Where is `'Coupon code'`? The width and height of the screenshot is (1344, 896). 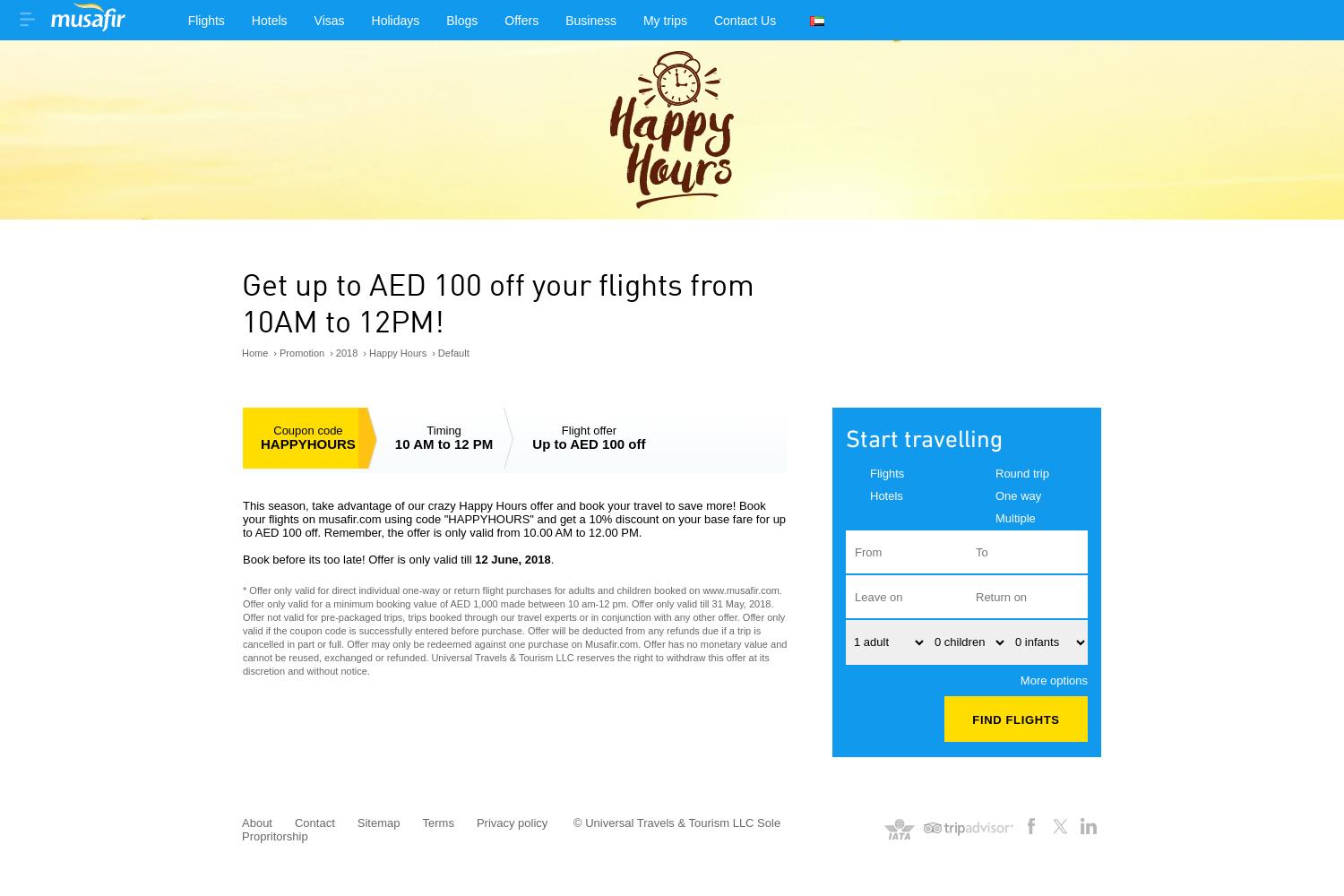 'Coupon code' is located at coordinates (272, 428).